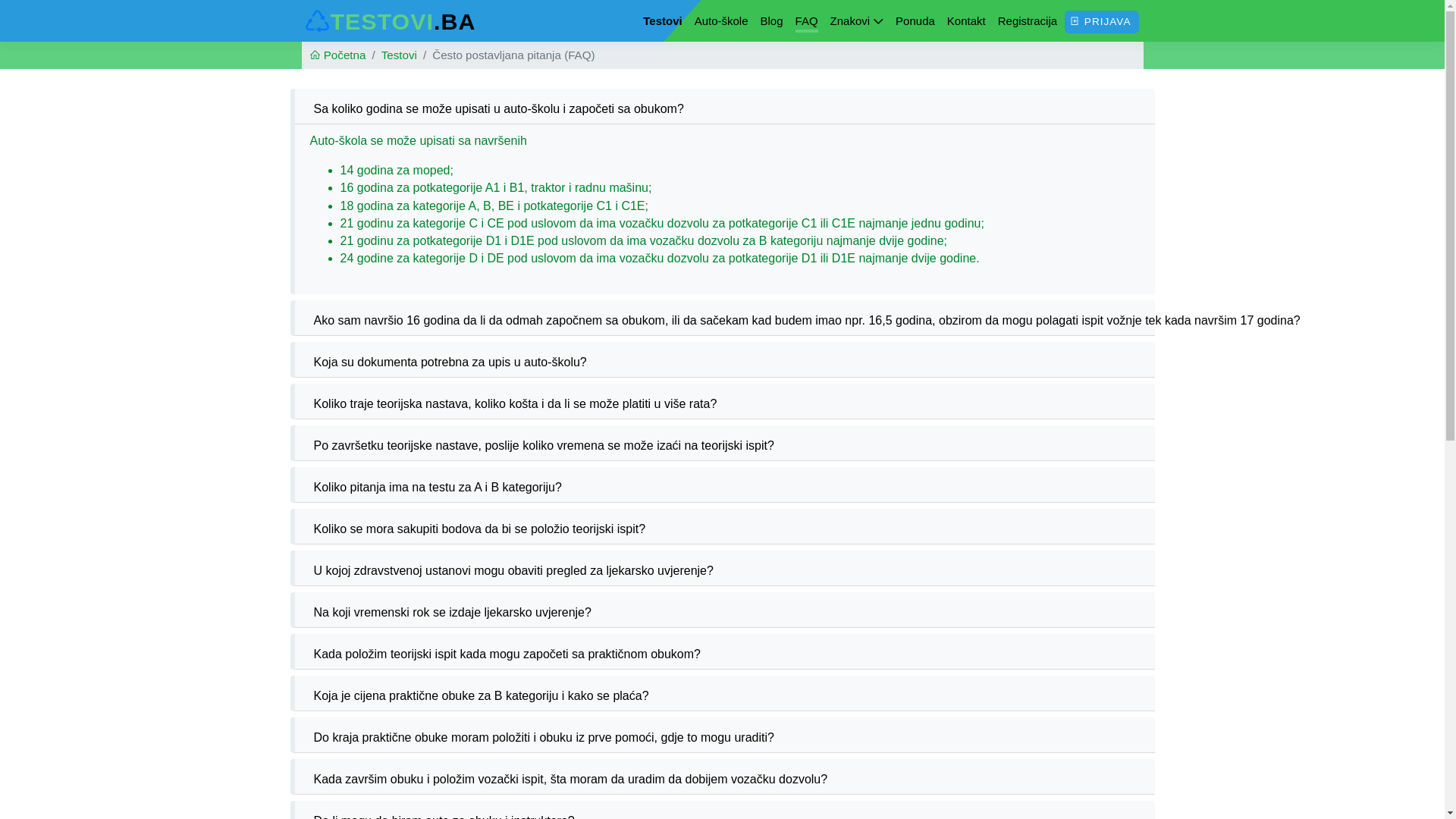 The image size is (1456, 819). What do you see at coordinates (795, 23) in the screenshot?
I see `'FAQ'` at bounding box center [795, 23].